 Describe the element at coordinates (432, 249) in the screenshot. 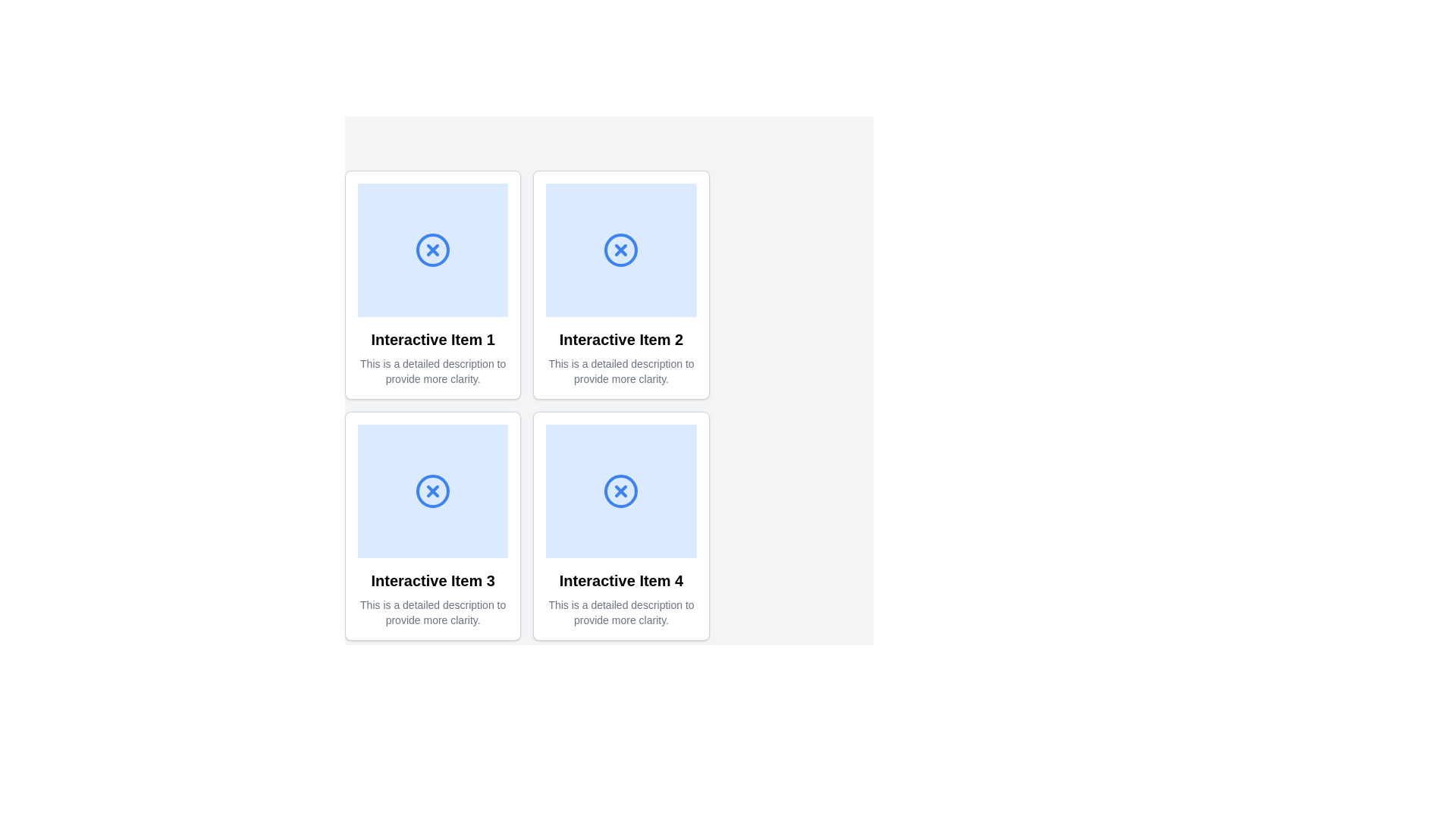

I see `the close button located in the center of the blue region of the 'Interactive Item 1' box` at that location.